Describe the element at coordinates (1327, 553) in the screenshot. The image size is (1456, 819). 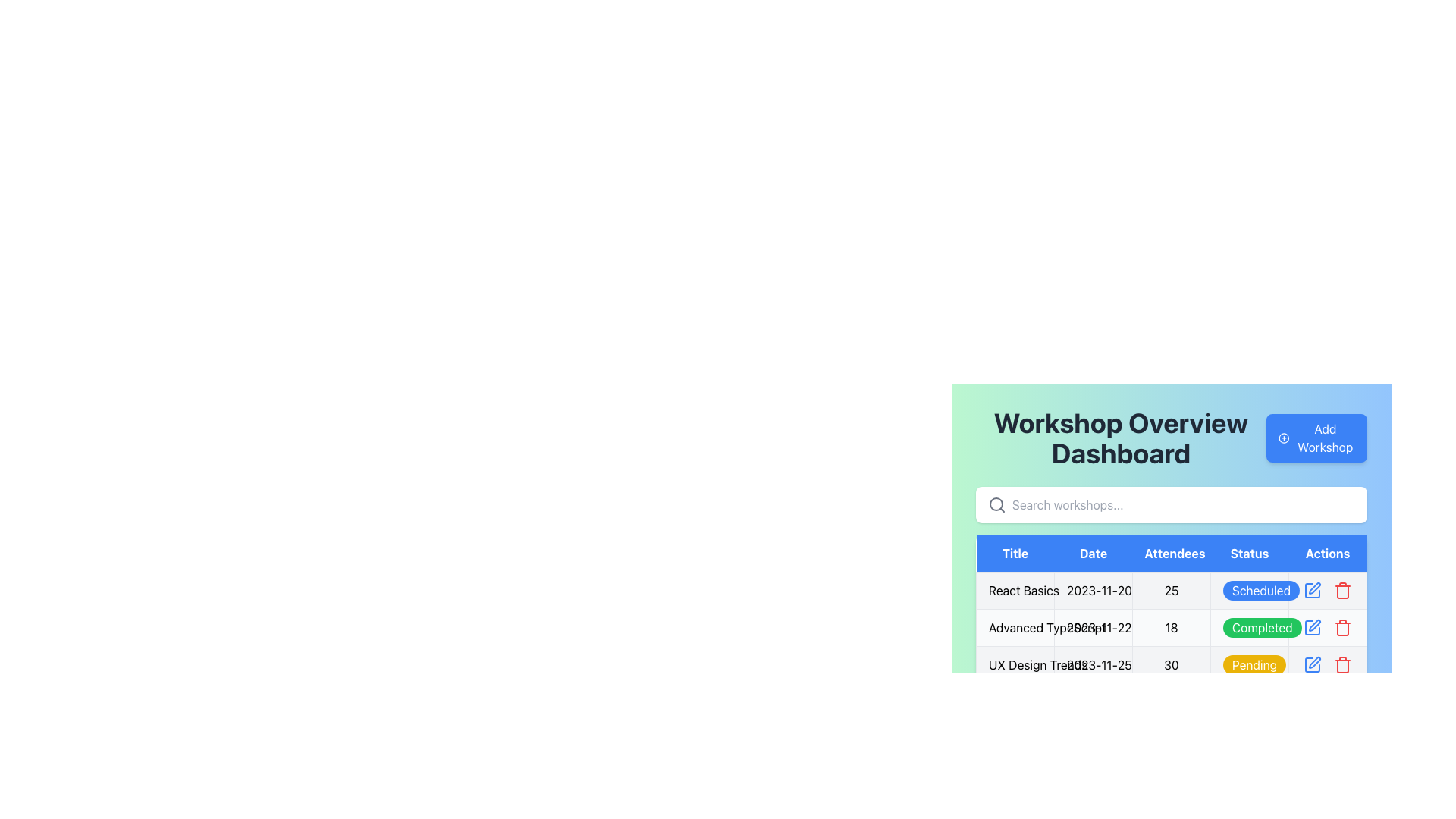
I see `the 'Actions' header cell, which is the fifth header in the grid layout, located at the far-right and preceded by the 'Status' header` at that location.